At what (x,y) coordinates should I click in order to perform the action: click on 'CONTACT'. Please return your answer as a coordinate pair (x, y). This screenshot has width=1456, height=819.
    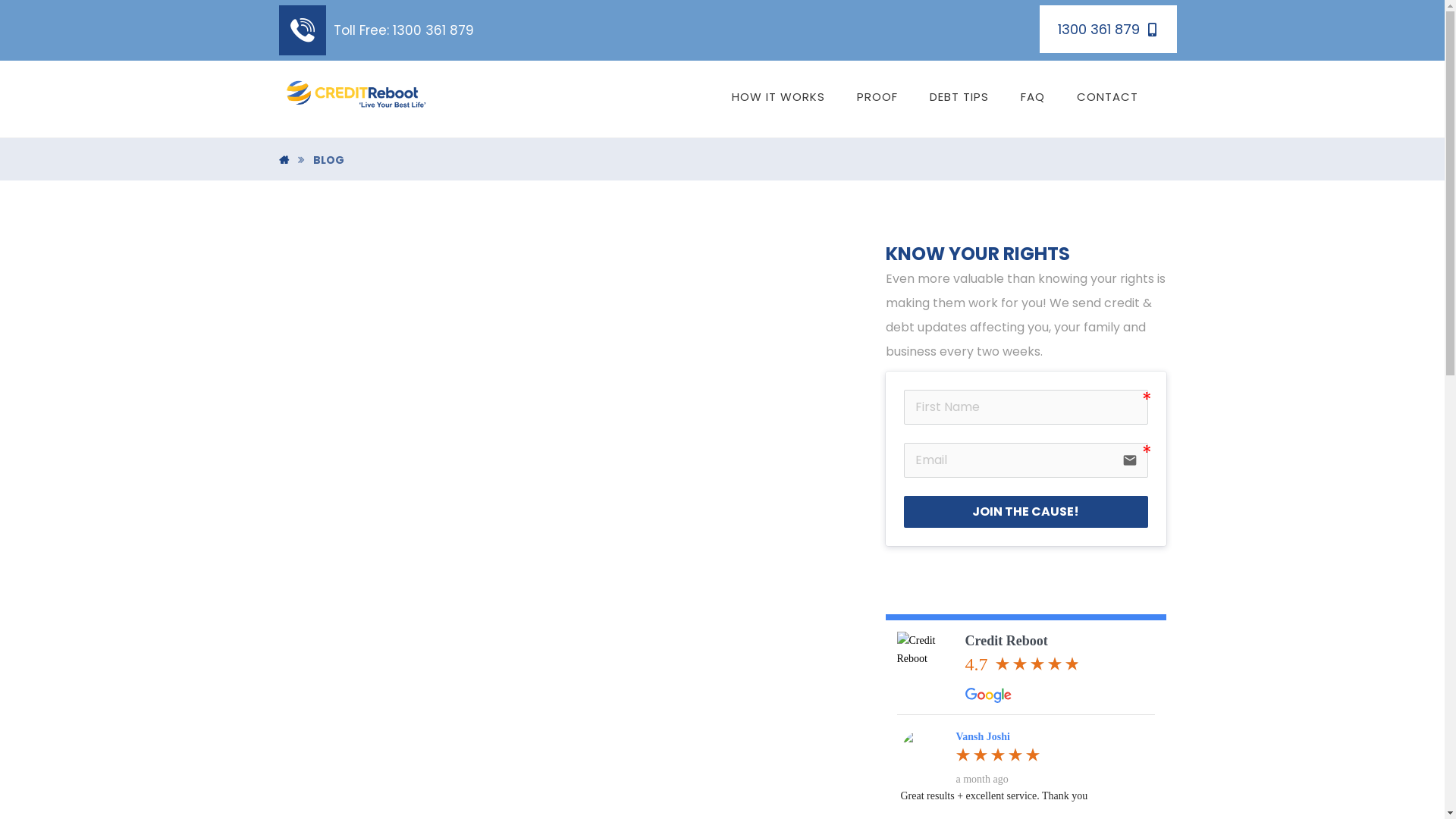
    Looking at the image, I should click on (1107, 96).